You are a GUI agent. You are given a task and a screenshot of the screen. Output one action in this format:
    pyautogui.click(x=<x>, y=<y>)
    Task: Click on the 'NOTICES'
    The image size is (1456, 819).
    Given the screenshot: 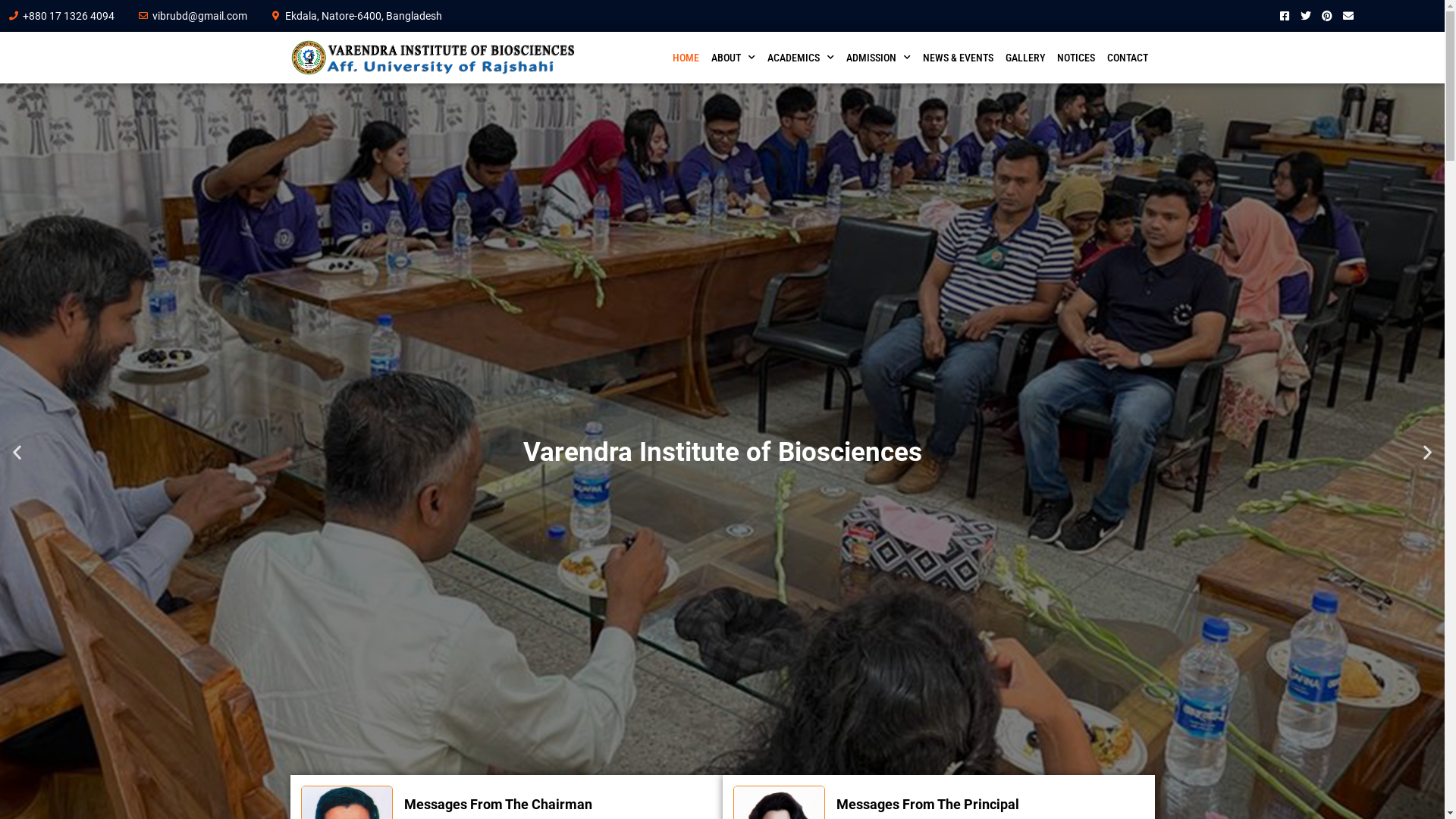 What is the action you would take?
    pyautogui.click(x=1050, y=57)
    